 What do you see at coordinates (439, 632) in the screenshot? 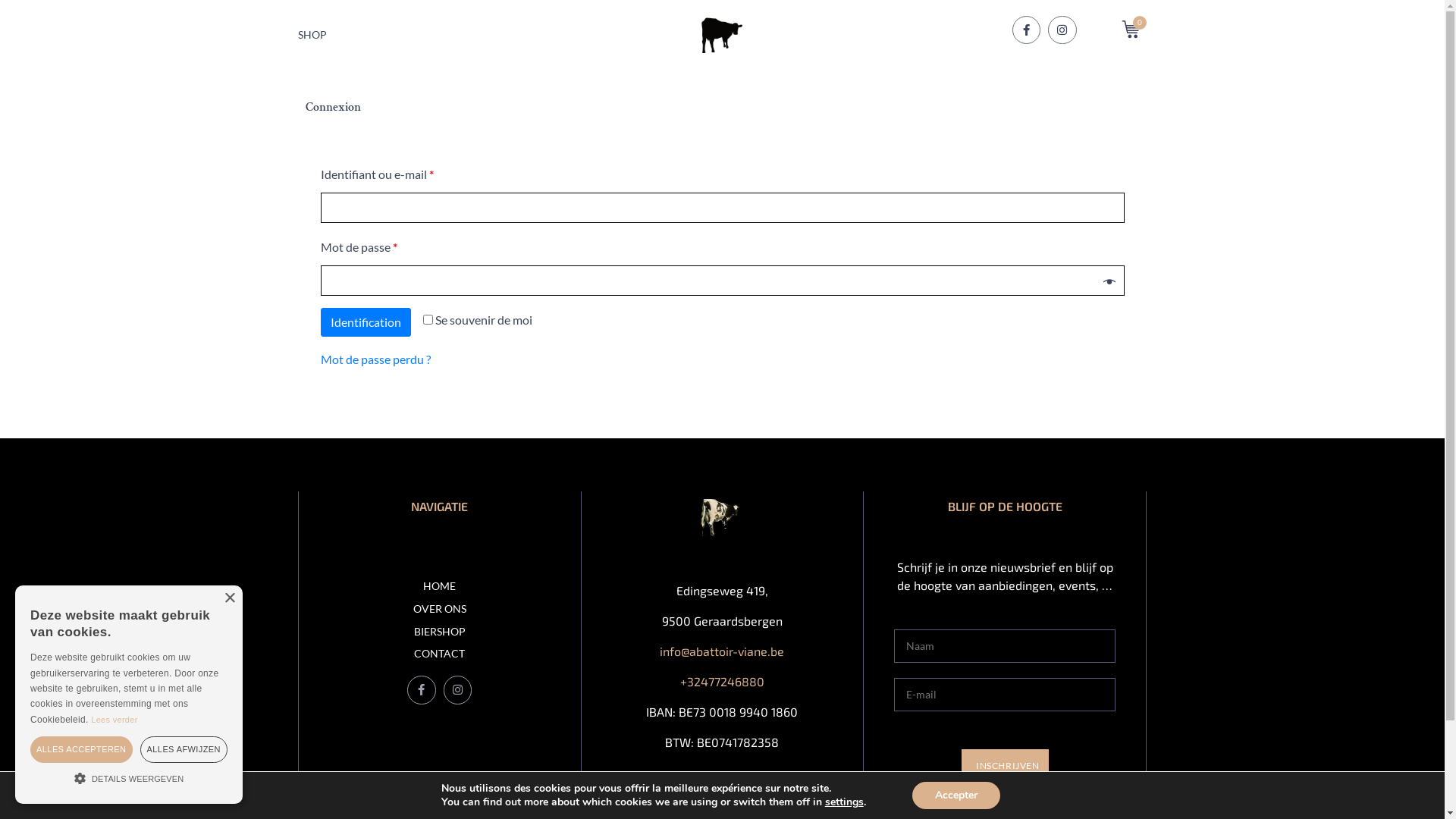
I see `'BIERSHOP'` at bounding box center [439, 632].